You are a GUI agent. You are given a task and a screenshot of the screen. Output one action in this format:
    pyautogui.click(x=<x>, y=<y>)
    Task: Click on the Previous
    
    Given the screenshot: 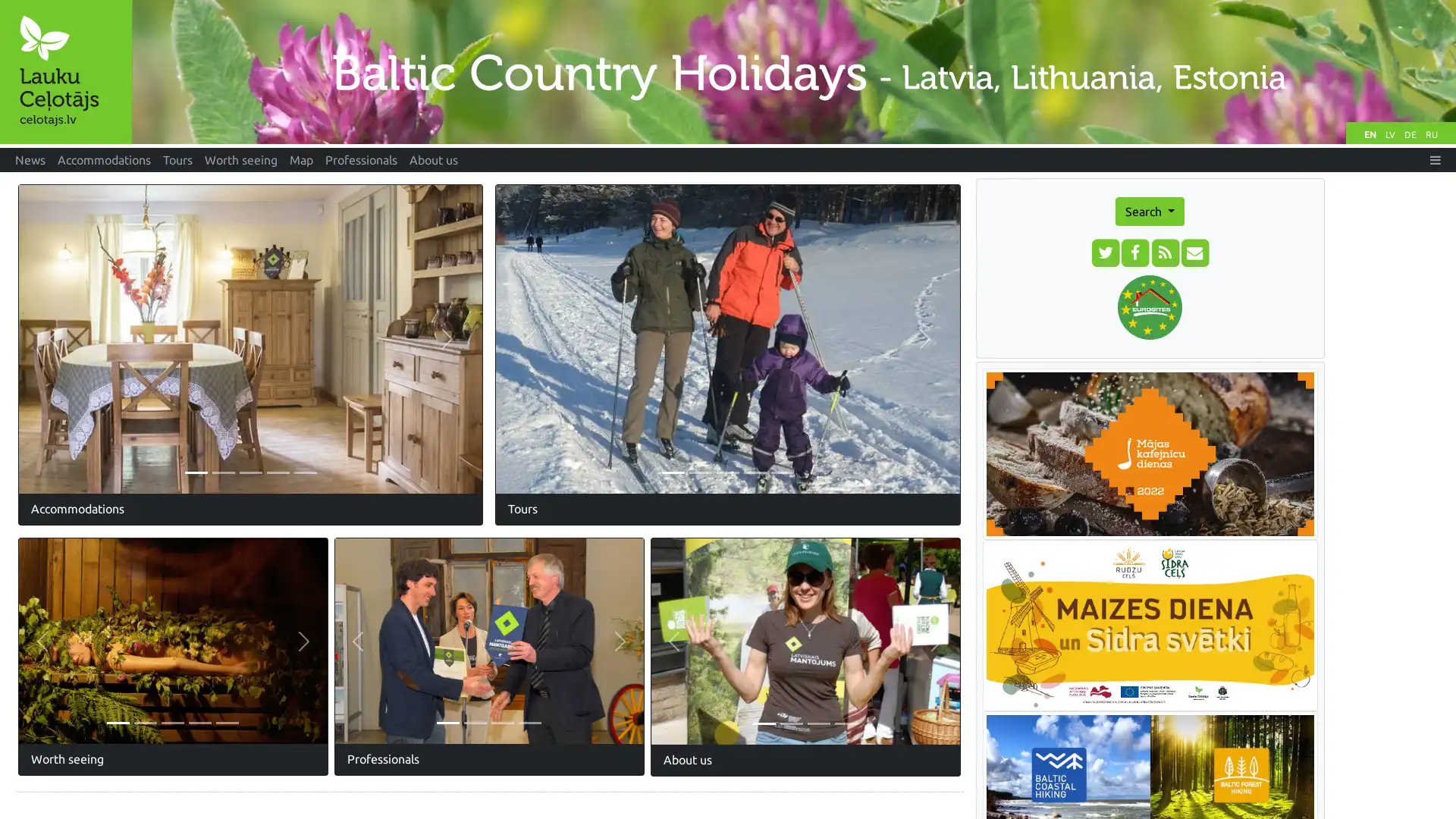 What is the action you would take?
    pyautogui.click(x=356, y=641)
    